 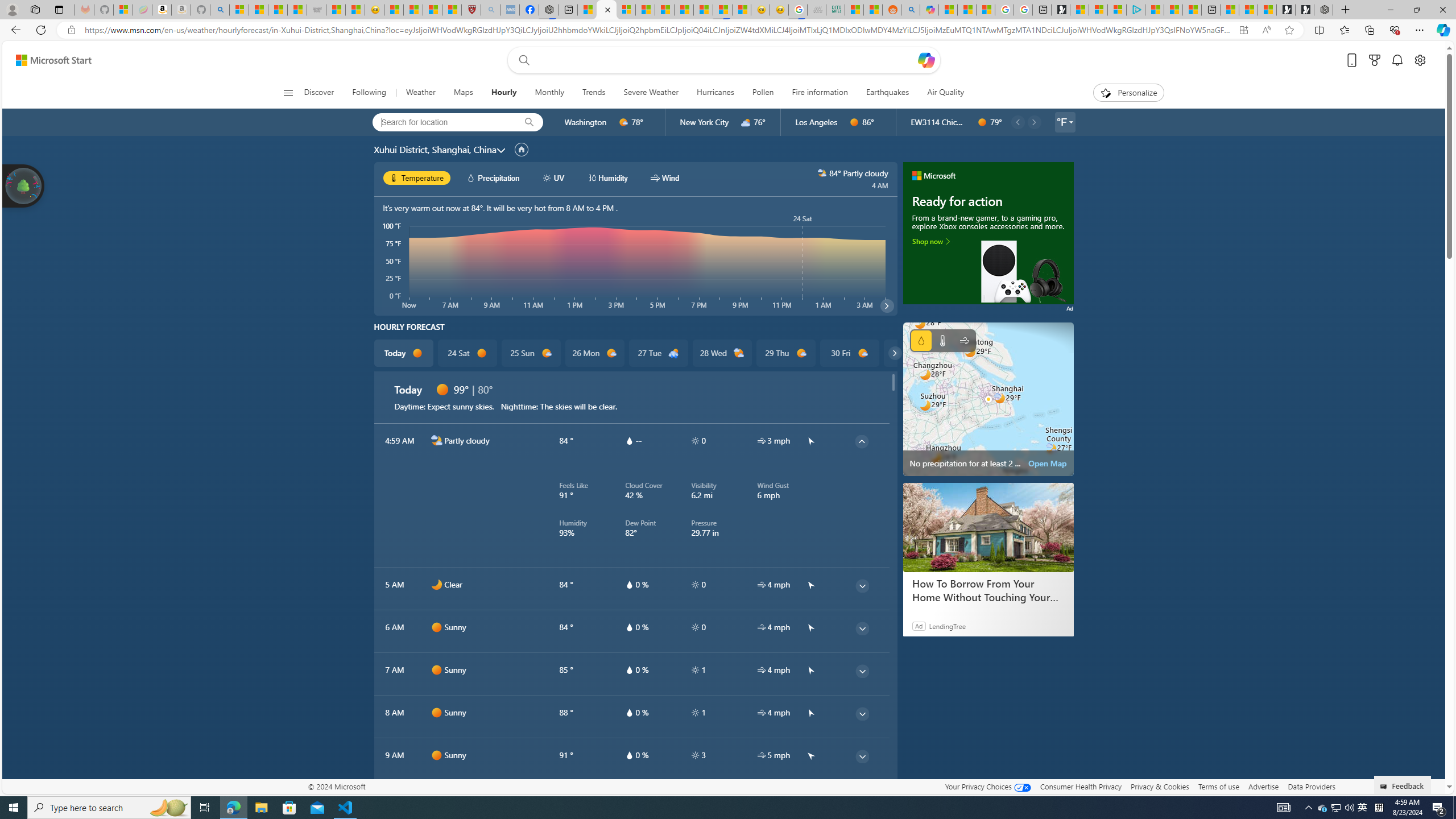 I want to click on '29 Thu d1000', so click(x=785, y=353).